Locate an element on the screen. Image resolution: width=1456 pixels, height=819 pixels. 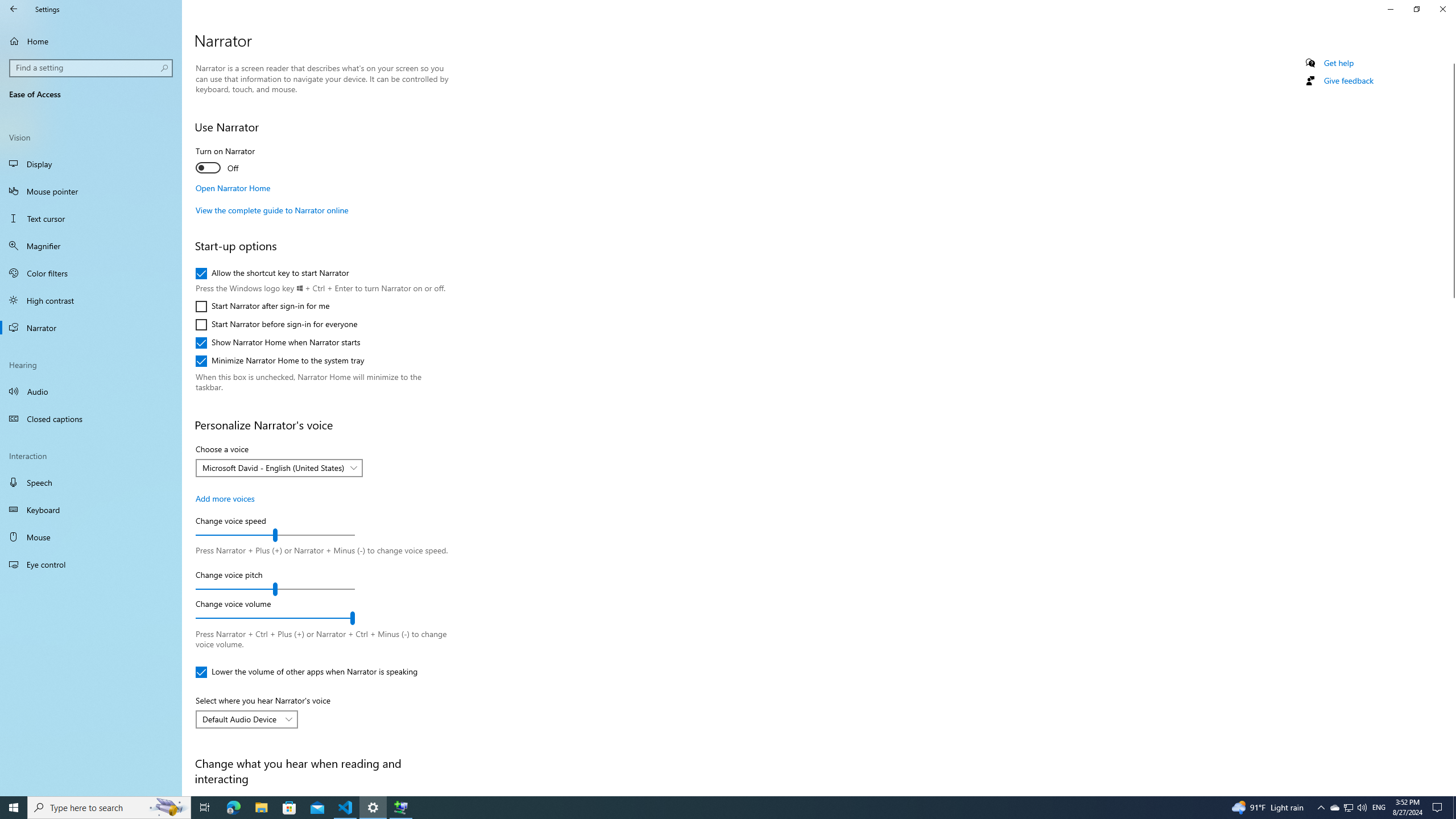
'Text cursor' is located at coordinates (90, 217).